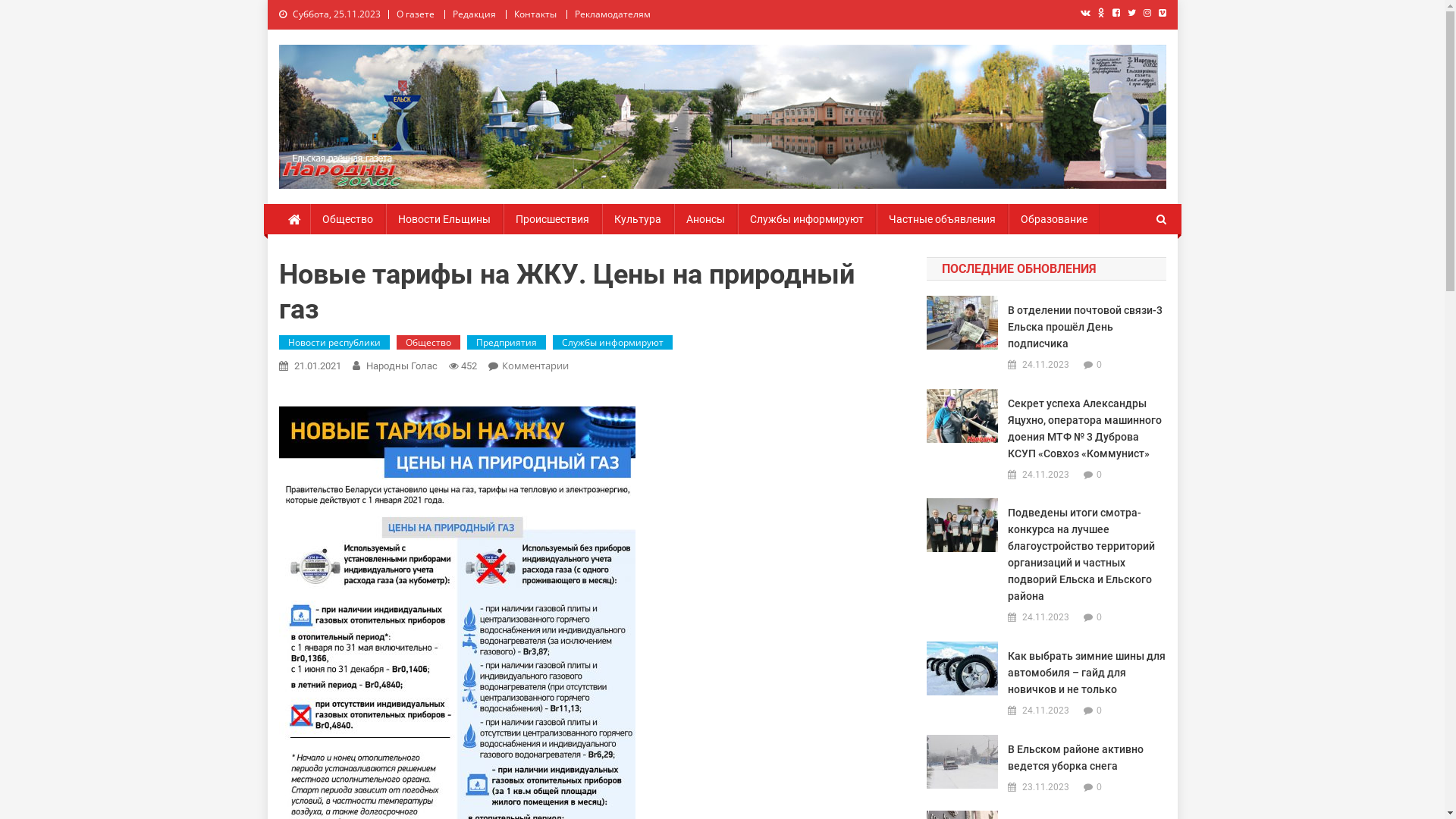 This screenshot has height=819, width=1456. What do you see at coordinates (1044, 366) in the screenshot?
I see `'24.11.2023'` at bounding box center [1044, 366].